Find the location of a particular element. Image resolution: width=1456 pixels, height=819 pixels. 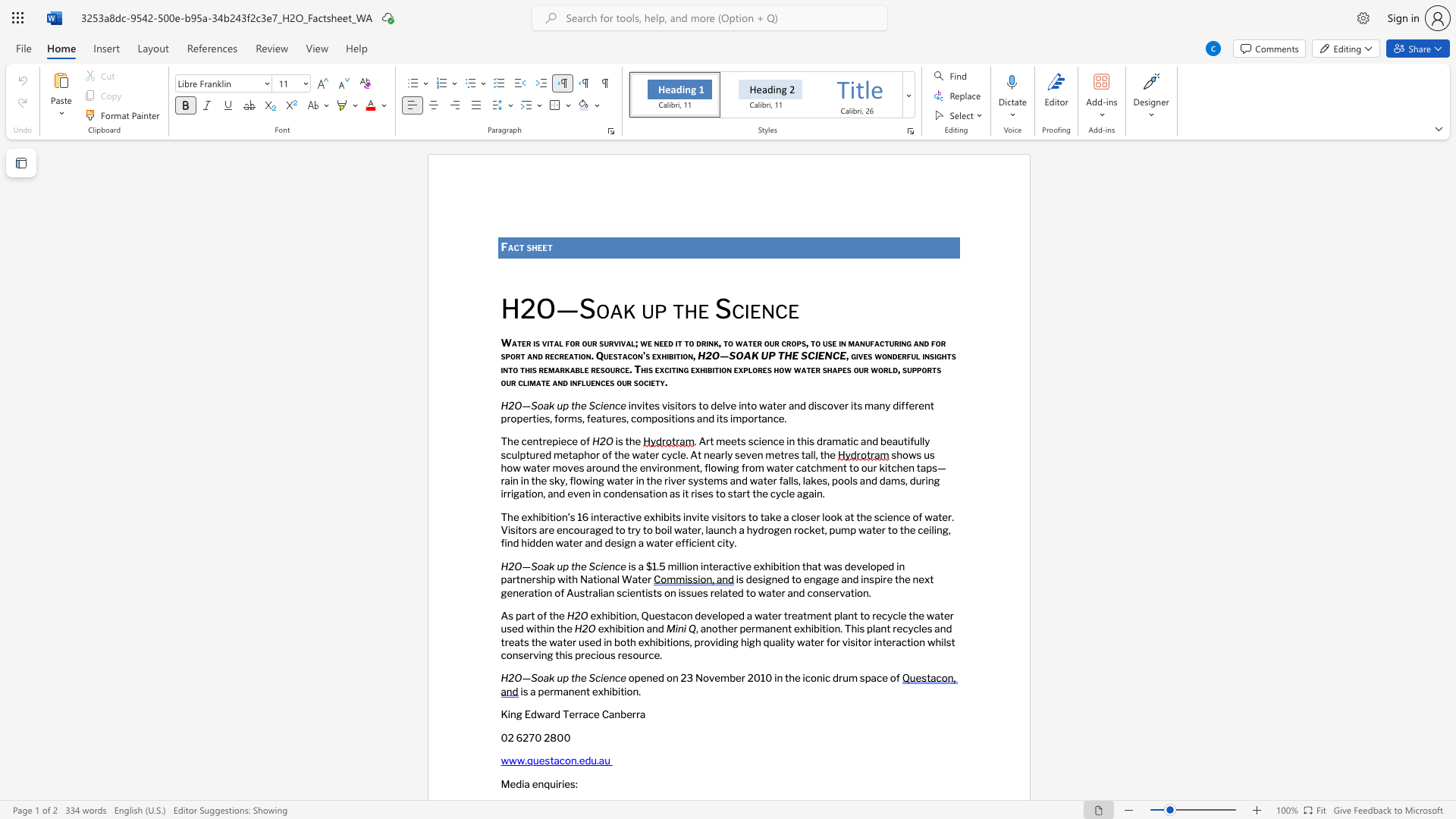

the subset text "s to start the cycle a" within the text "rain in the sky, flowing water in the river systems and water falls, lakes, pools and dams, during irrigation, and even in condensation as it rises to start the cycle again." is located at coordinates (708, 494).